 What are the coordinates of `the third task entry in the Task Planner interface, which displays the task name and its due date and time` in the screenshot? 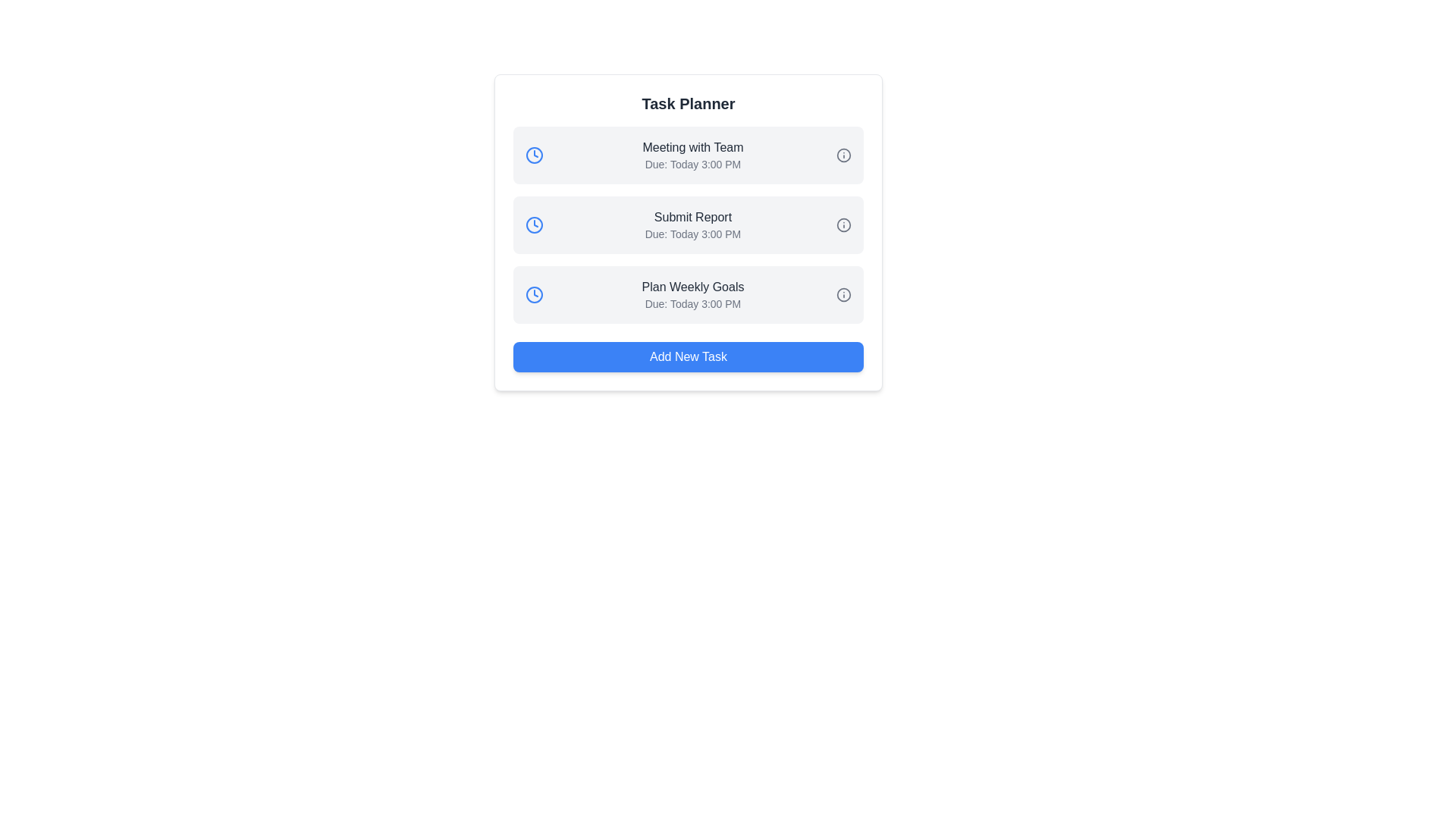 It's located at (692, 295).